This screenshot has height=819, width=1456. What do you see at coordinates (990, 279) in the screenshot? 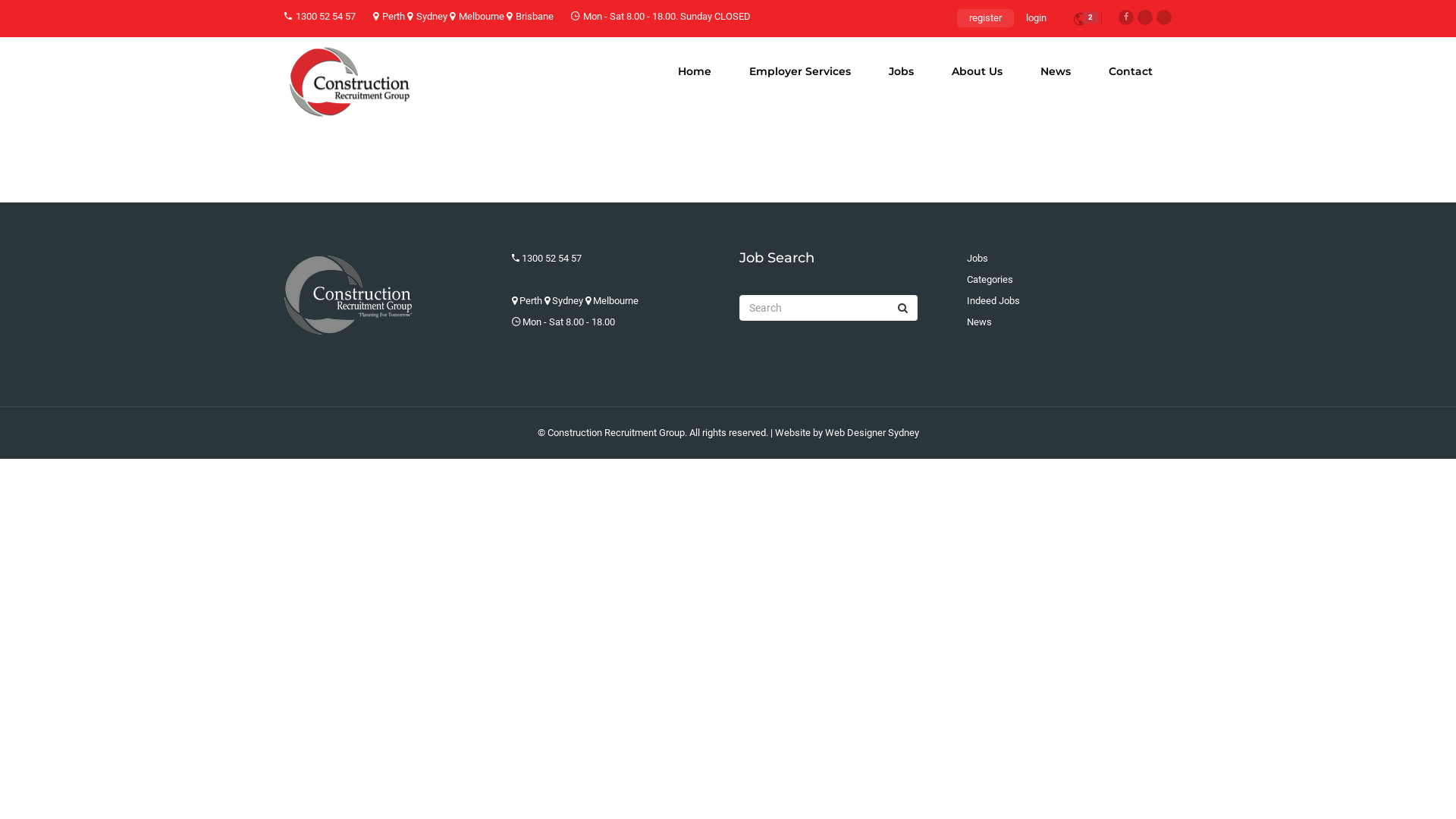
I see `'Categories'` at bounding box center [990, 279].